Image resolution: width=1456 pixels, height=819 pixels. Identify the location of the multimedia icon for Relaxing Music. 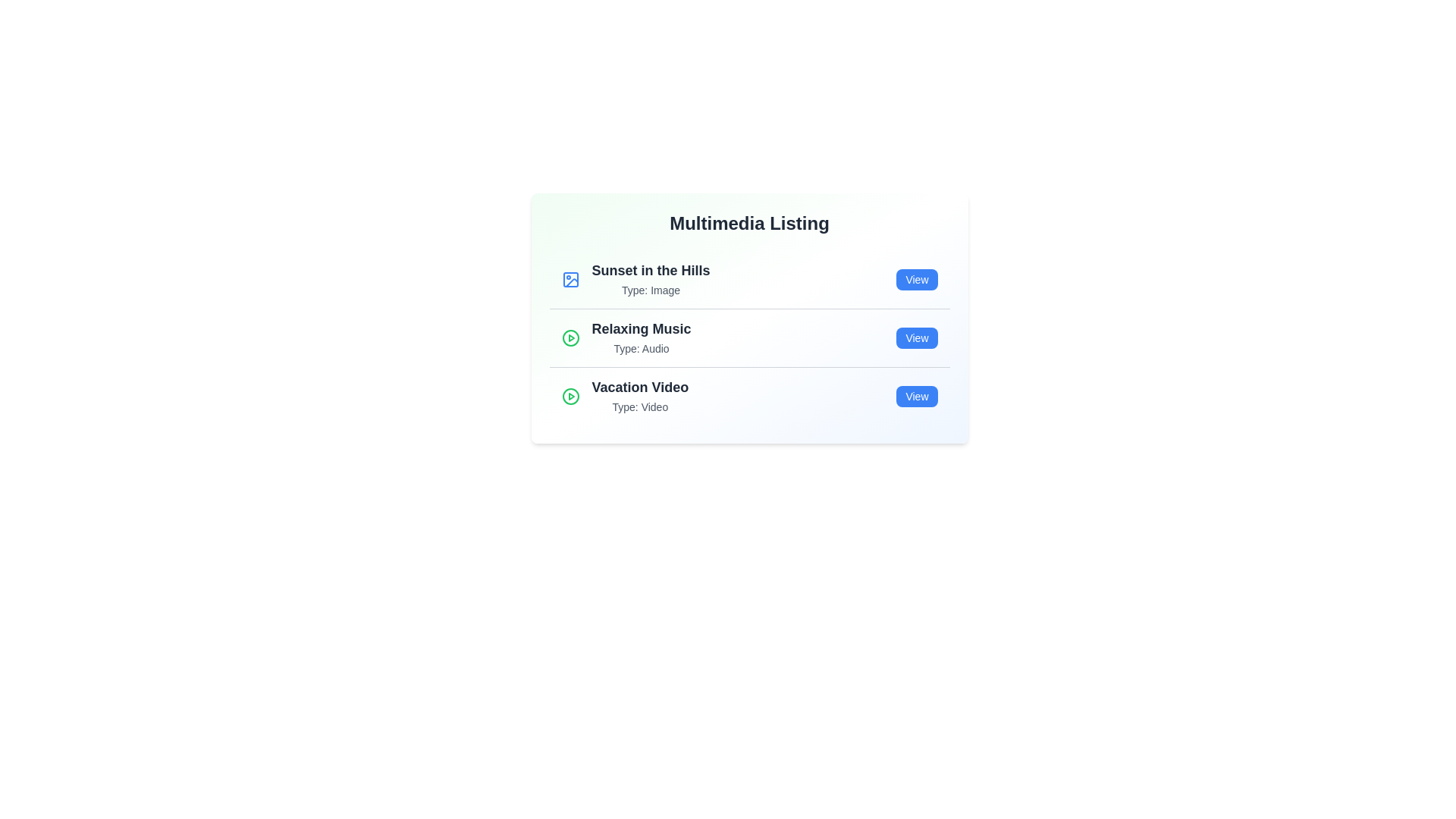
(570, 337).